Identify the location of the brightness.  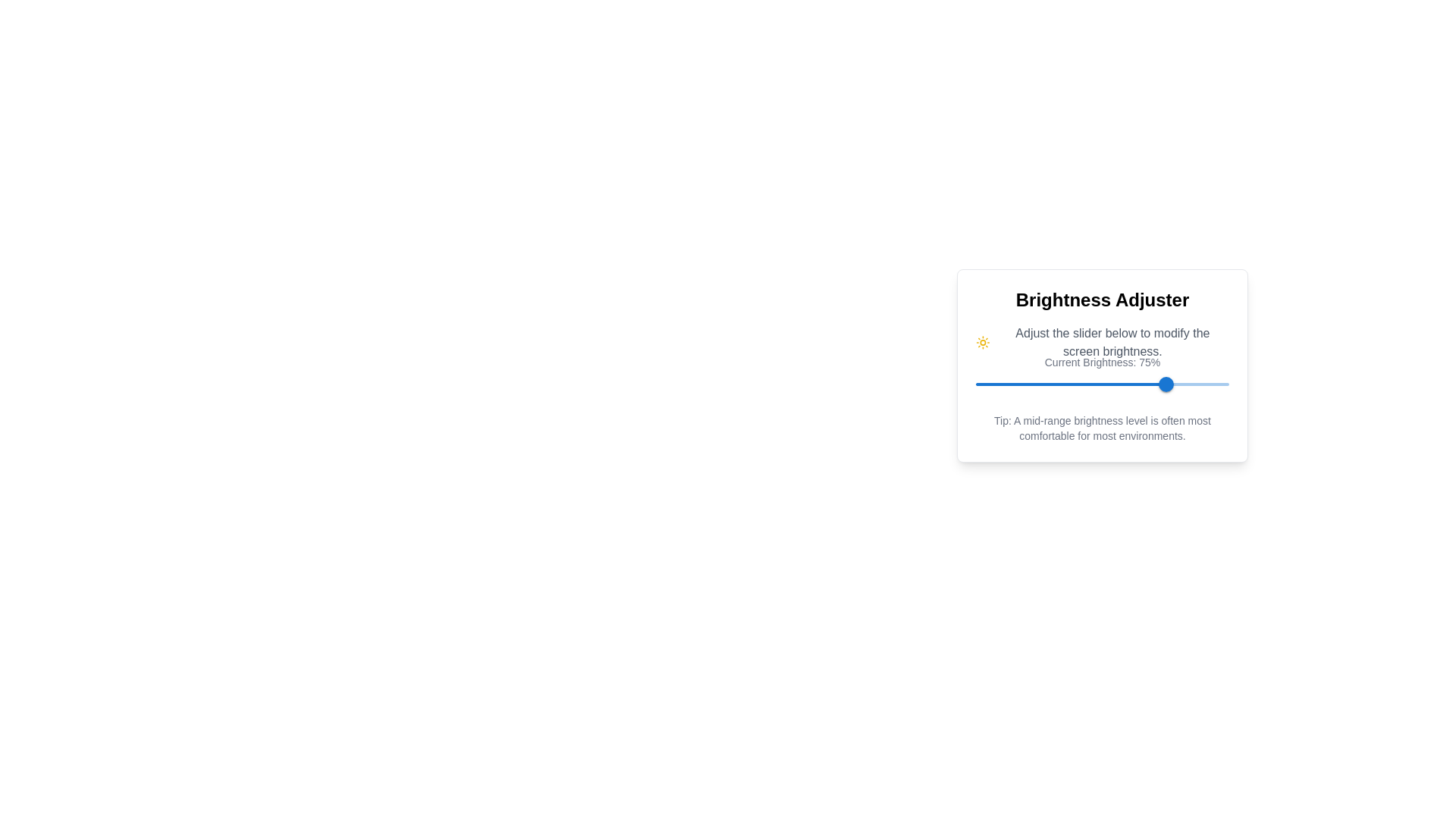
(1014, 383).